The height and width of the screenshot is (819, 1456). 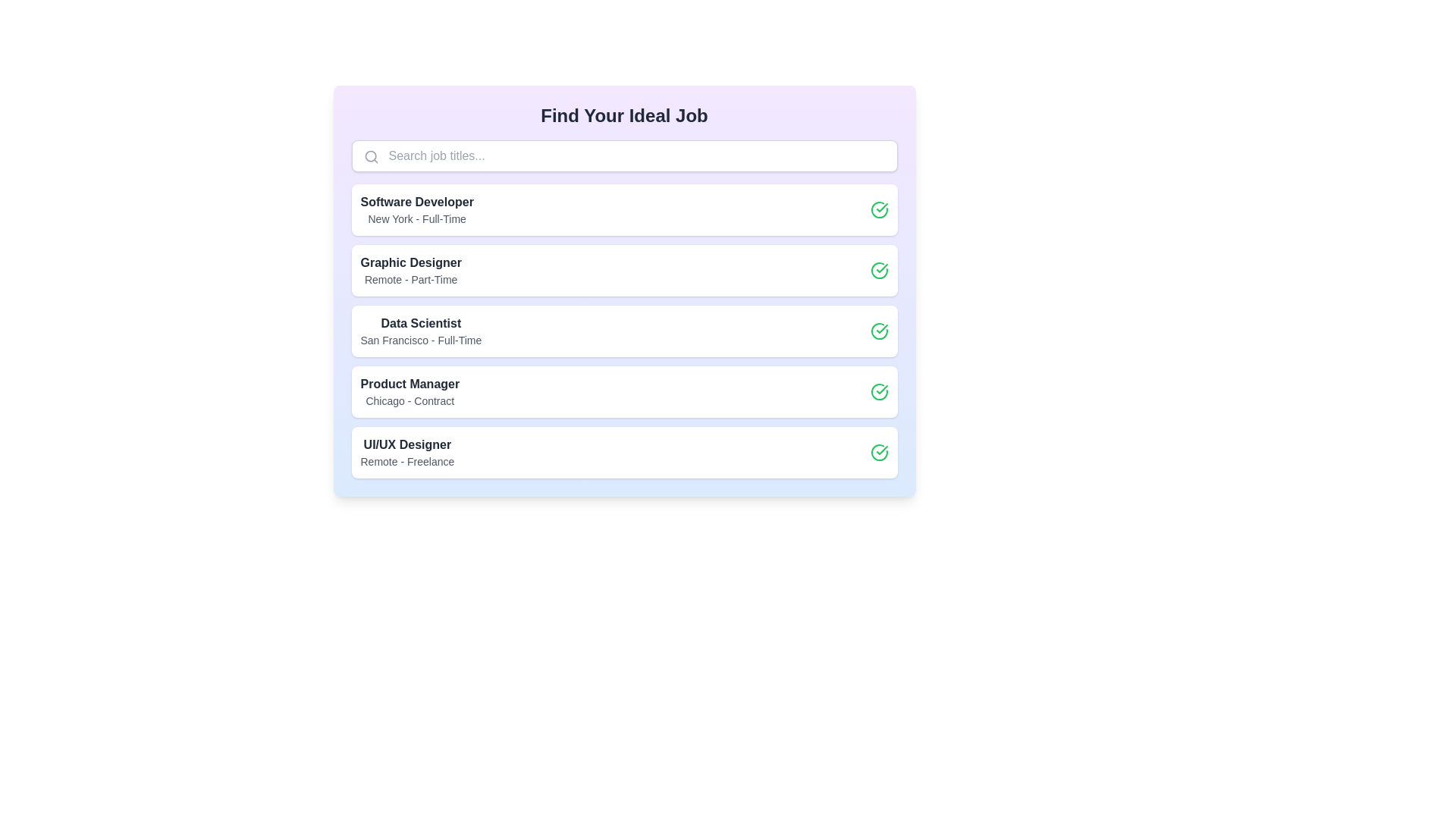 What do you see at coordinates (879, 270) in the screenshot?
I see `the circular-shaped icon with a green border and checkmark inside, positioned to the right of the 'Graphic Designer - Remote - Part-Time' list item` at bounding box center [879, 270].